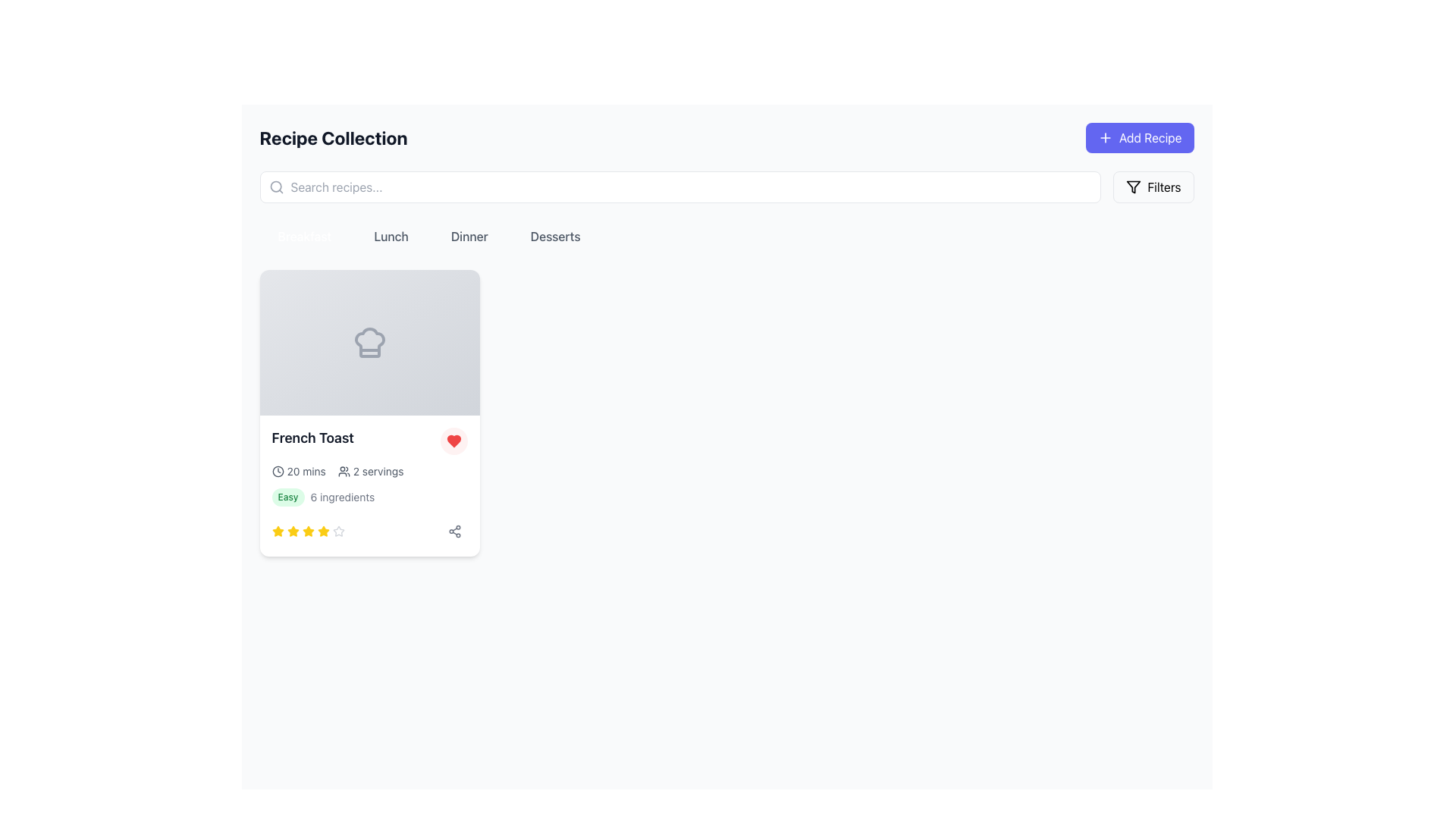  What do you see at coordinates (307, 530) in the screenshot?
I see `the third yellow star icon in the five-star rating component of the 'French Toast' recipe card to rate it` at bounding box center [307, 530].